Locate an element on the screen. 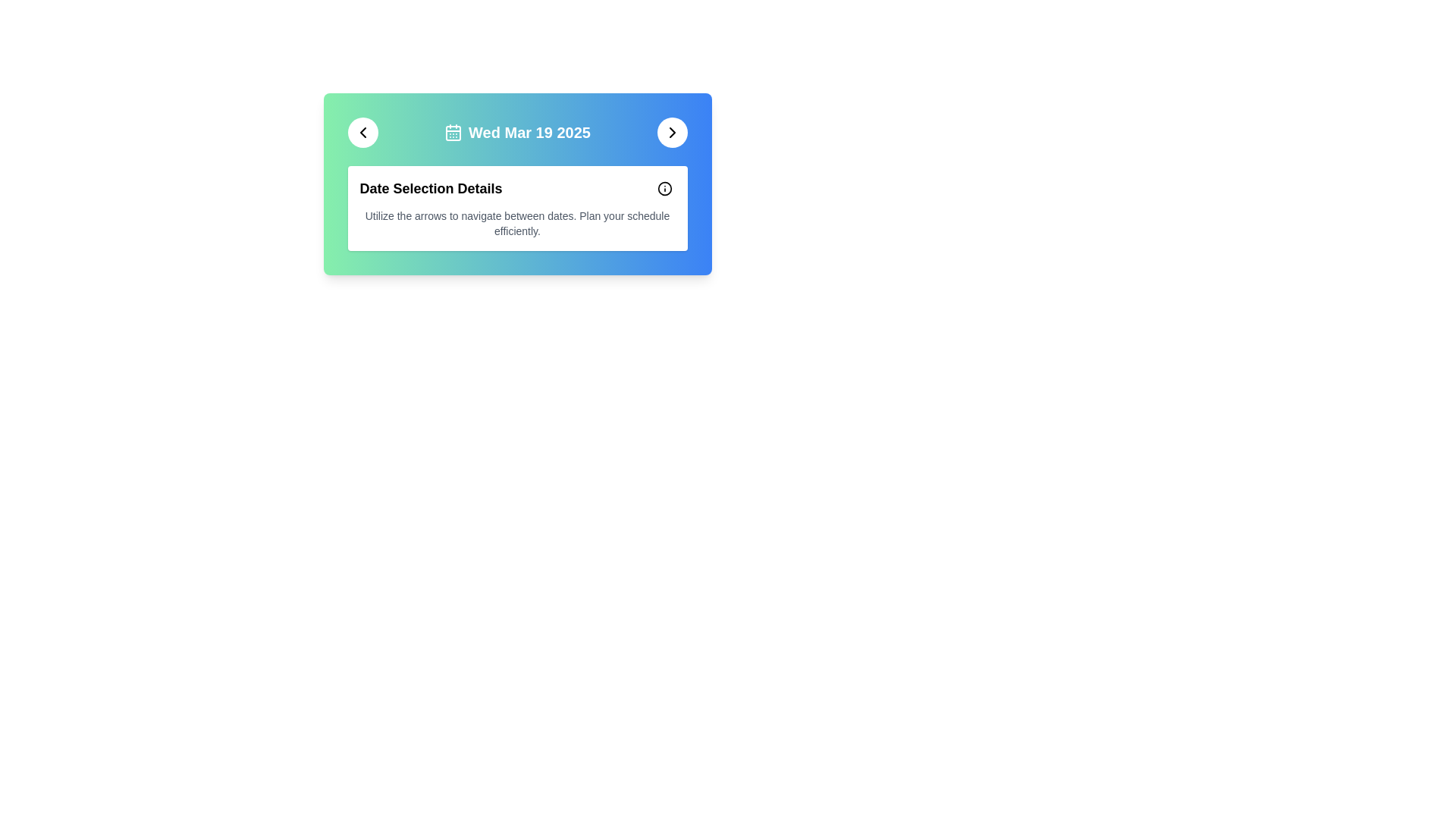 The image size is (1456, 819). the specific area within the calendar icon that represents a day or cell in the calendar grid is located at coordinates (453, 133).